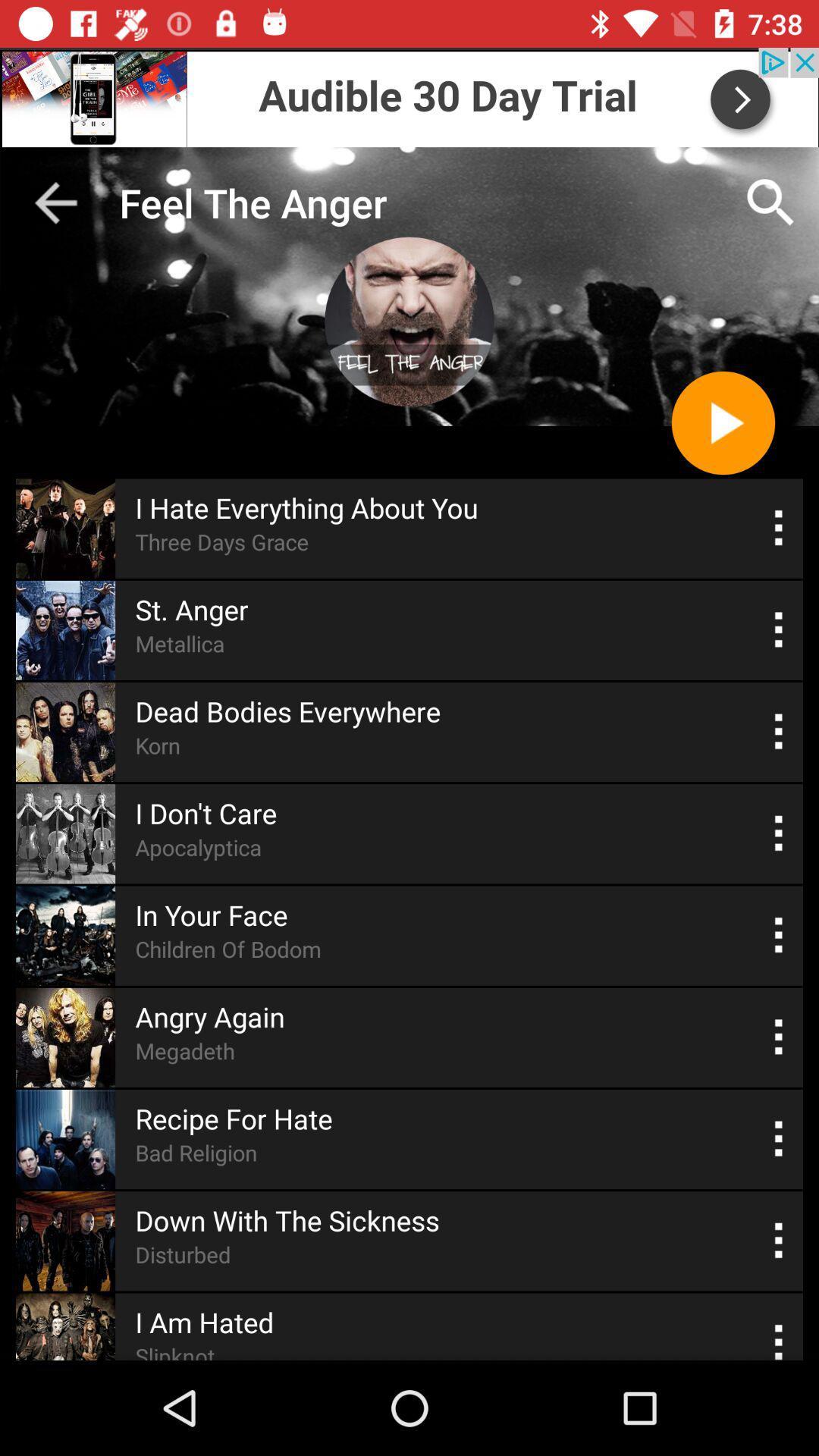 This screenshot has height=1456, width=819. What do you see at coordinates (779, 1037) in the screenshot?
I see `show more options for track` at bounding box center [779, 1037].